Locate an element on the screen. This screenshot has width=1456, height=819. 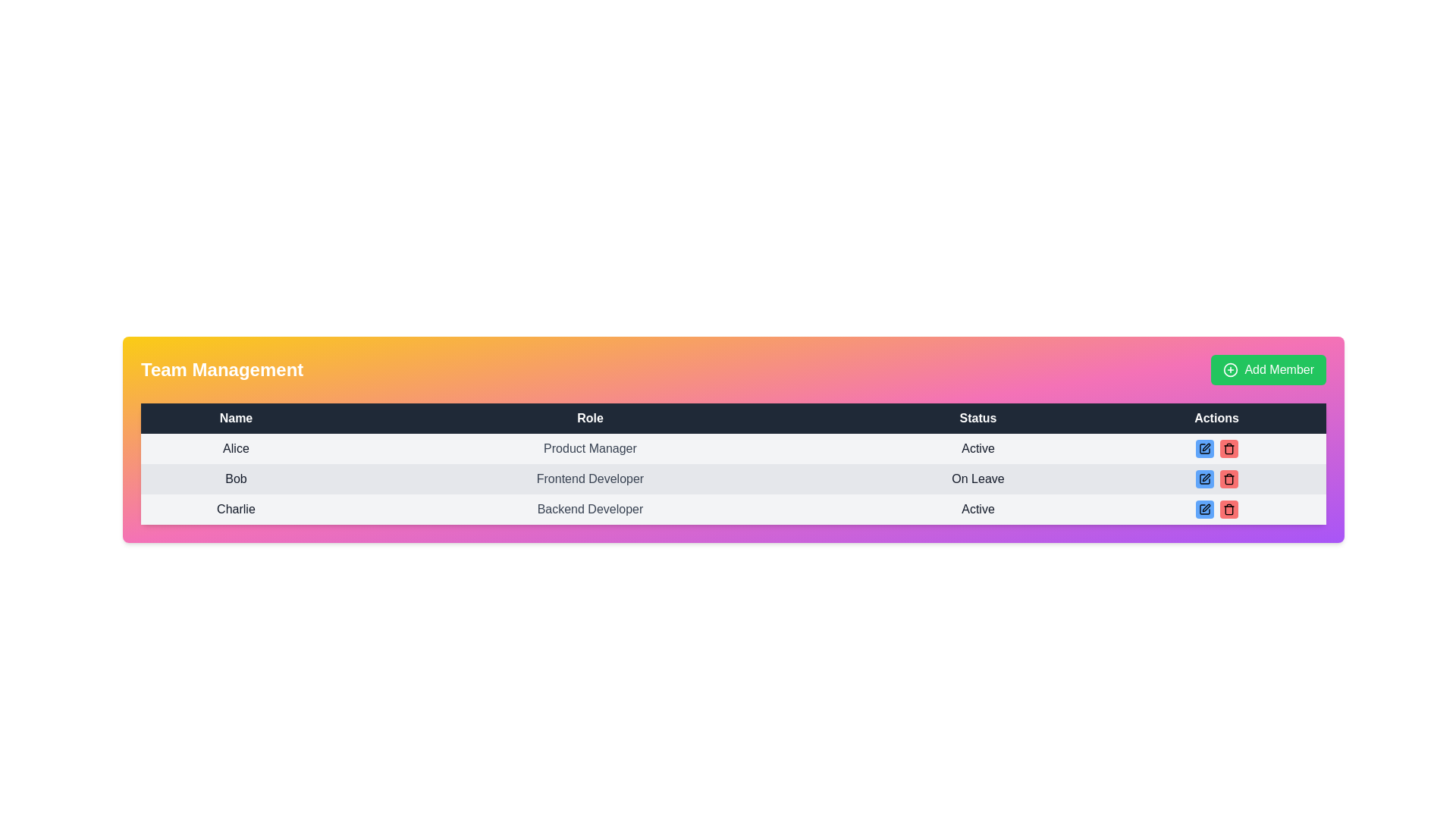
the edit button with a blue background and a pen icon located in the 'Actions' column for the entry corresponding to 'Charlie' is located at coordinates (1203, 509).